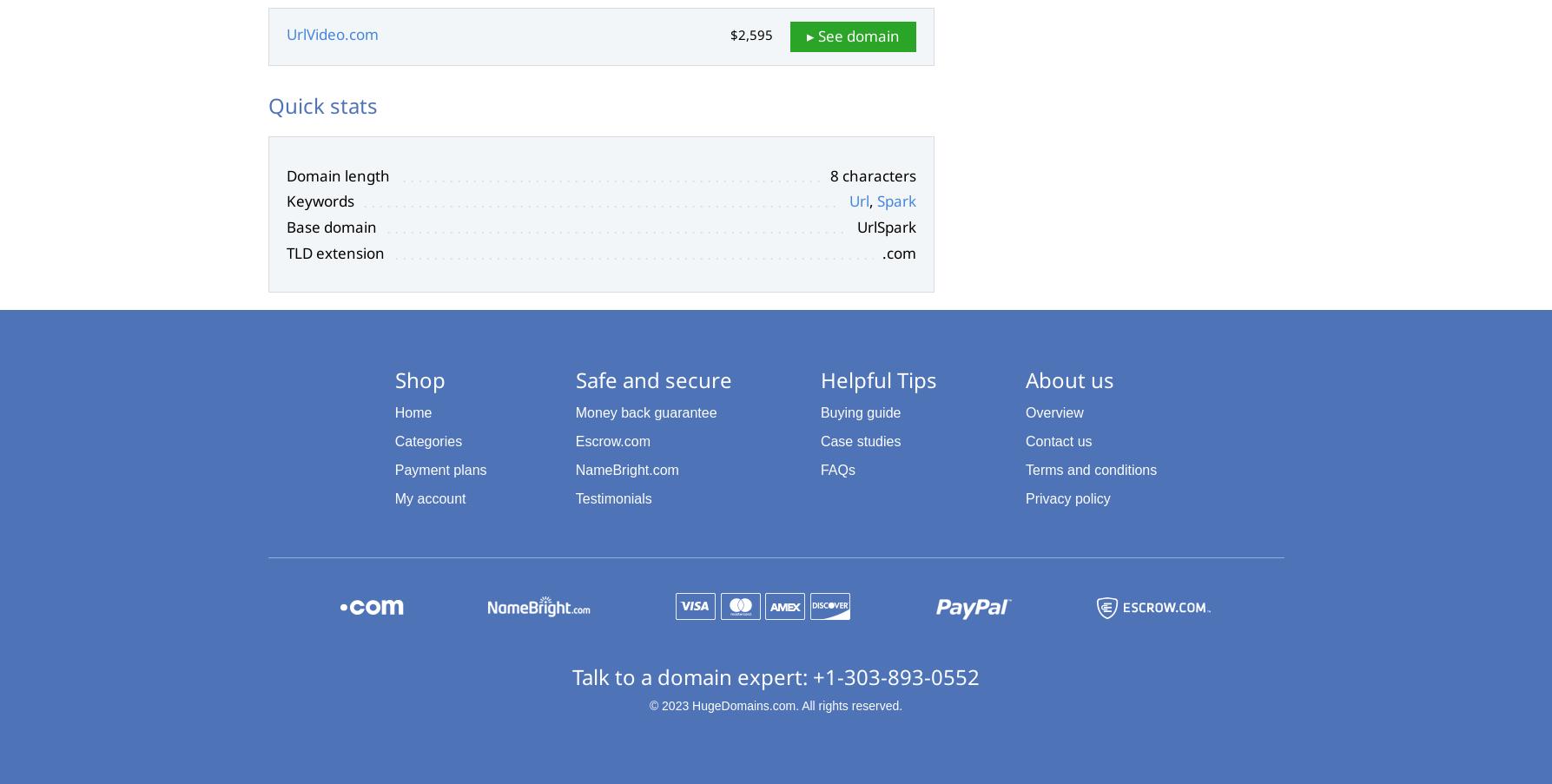  Describe the element at coordinates (337, 175) in the screenshot. I see `'Domain length'` at that location.